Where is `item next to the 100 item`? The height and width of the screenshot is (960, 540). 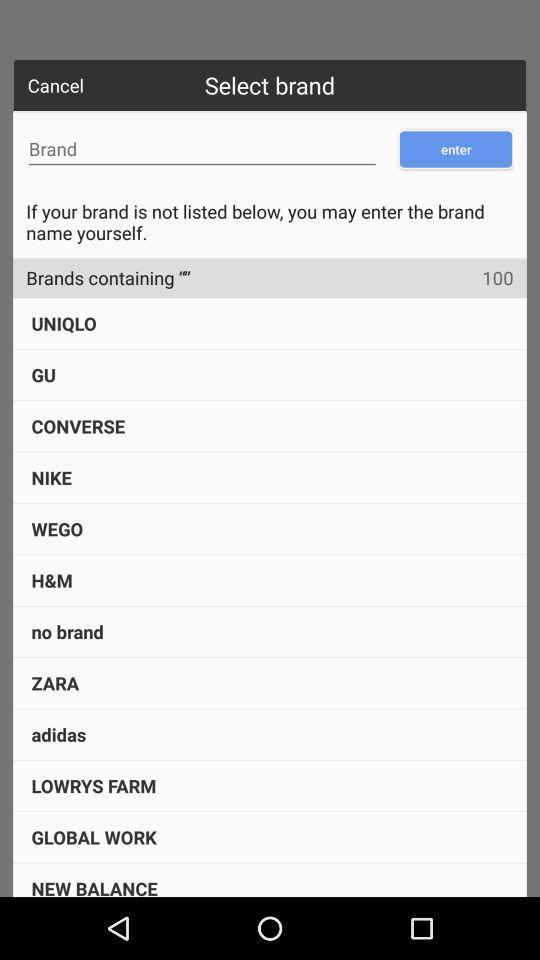 item next to the 100 item is located at coordinates (100, 276).